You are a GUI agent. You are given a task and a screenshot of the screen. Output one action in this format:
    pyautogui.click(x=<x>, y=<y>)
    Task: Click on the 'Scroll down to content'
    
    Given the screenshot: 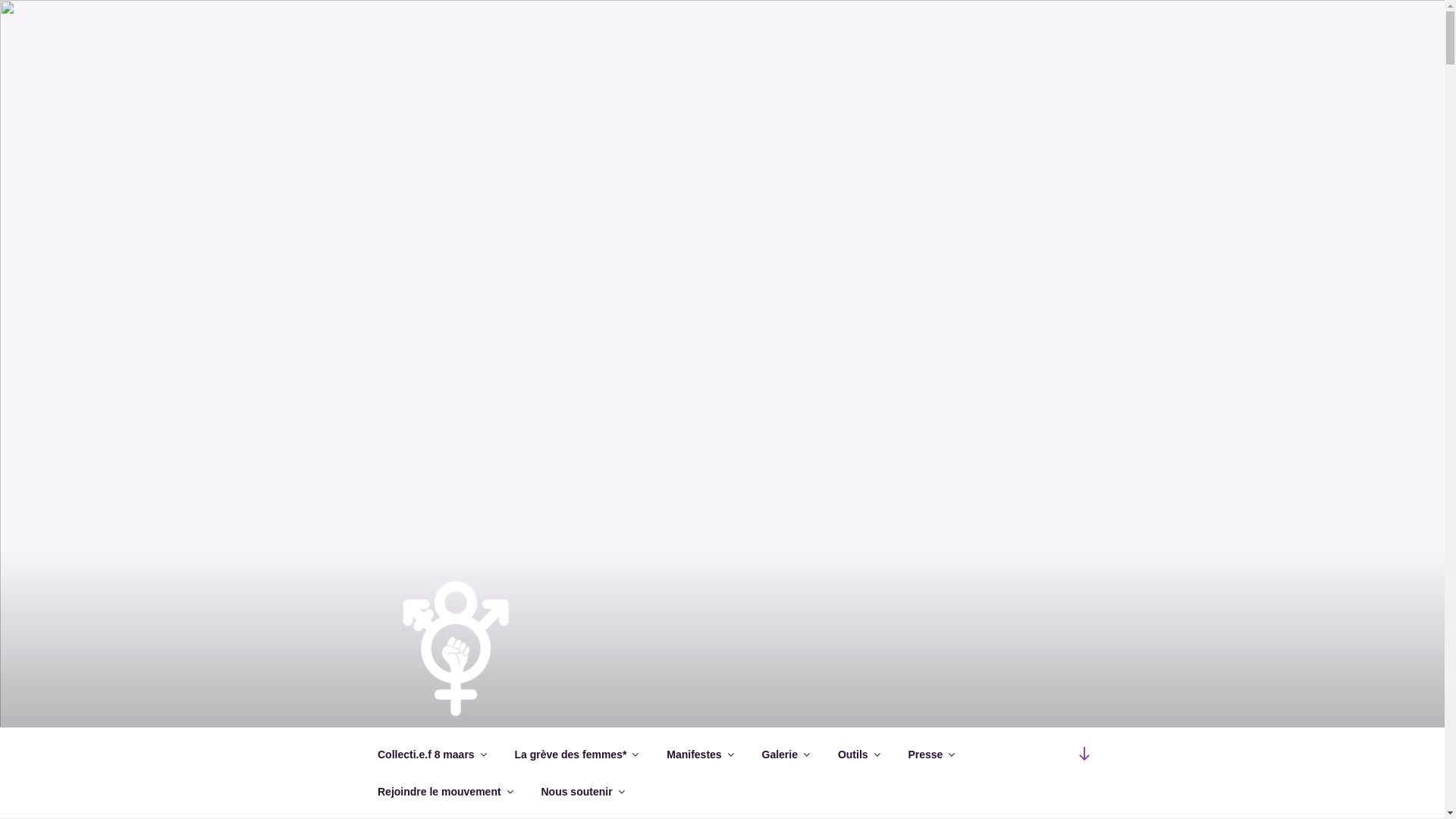 What is the action you would take?
    pyautogui.click(x=1083, y=754)
    